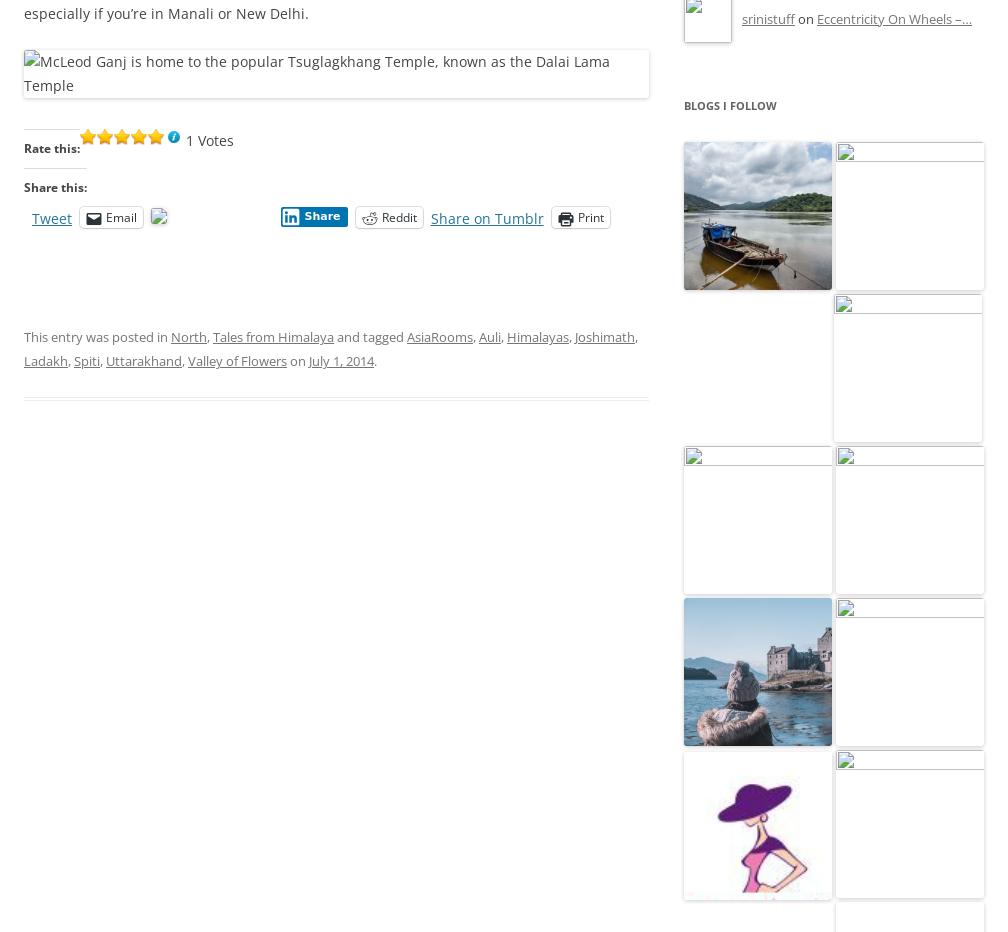  I want to click on 'Tweet', so click(31, 218).